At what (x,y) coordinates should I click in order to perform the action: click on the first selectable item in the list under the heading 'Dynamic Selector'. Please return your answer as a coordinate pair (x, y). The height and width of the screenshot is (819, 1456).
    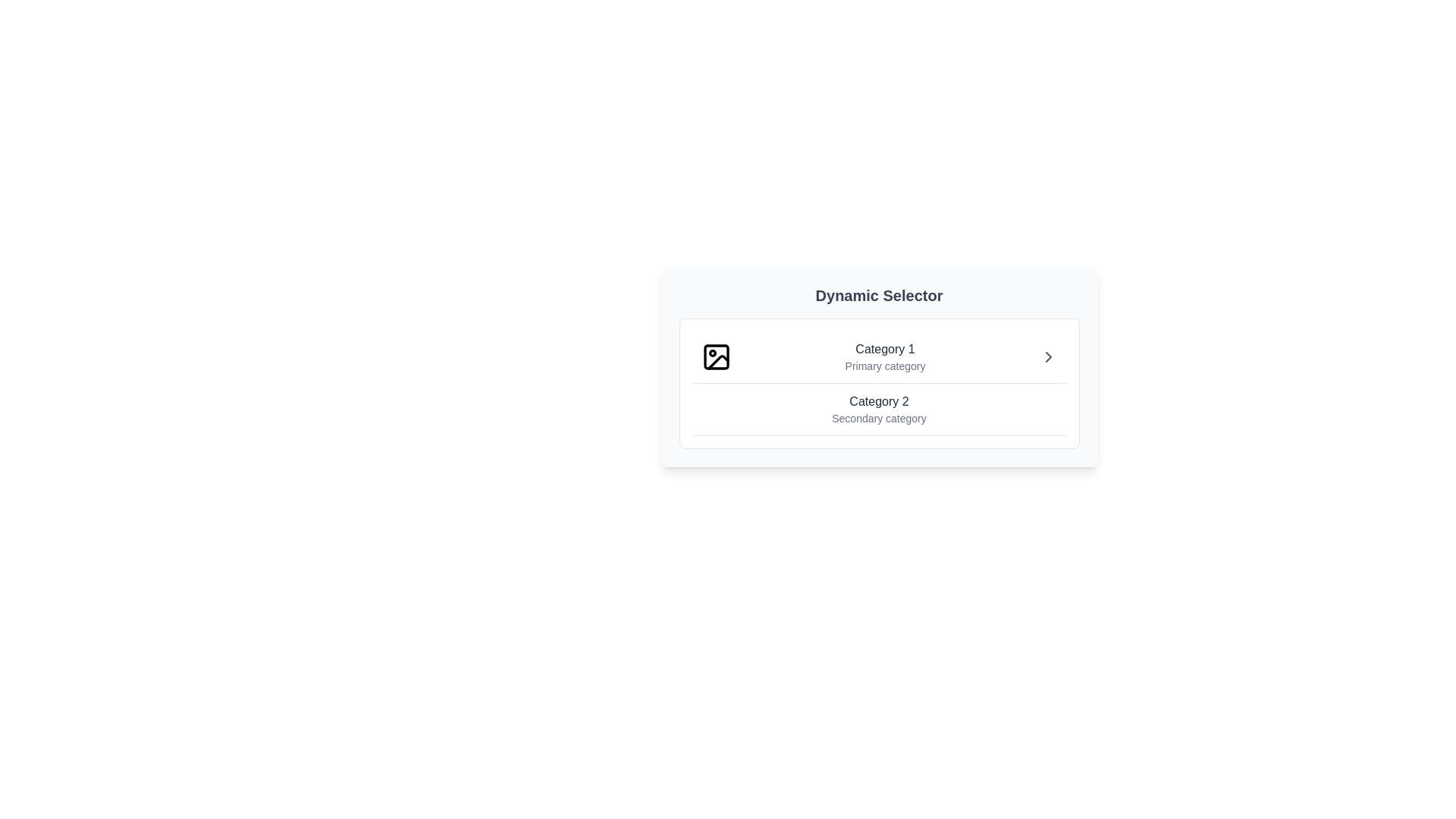
    Looking at the image, I should click on (885, 356).